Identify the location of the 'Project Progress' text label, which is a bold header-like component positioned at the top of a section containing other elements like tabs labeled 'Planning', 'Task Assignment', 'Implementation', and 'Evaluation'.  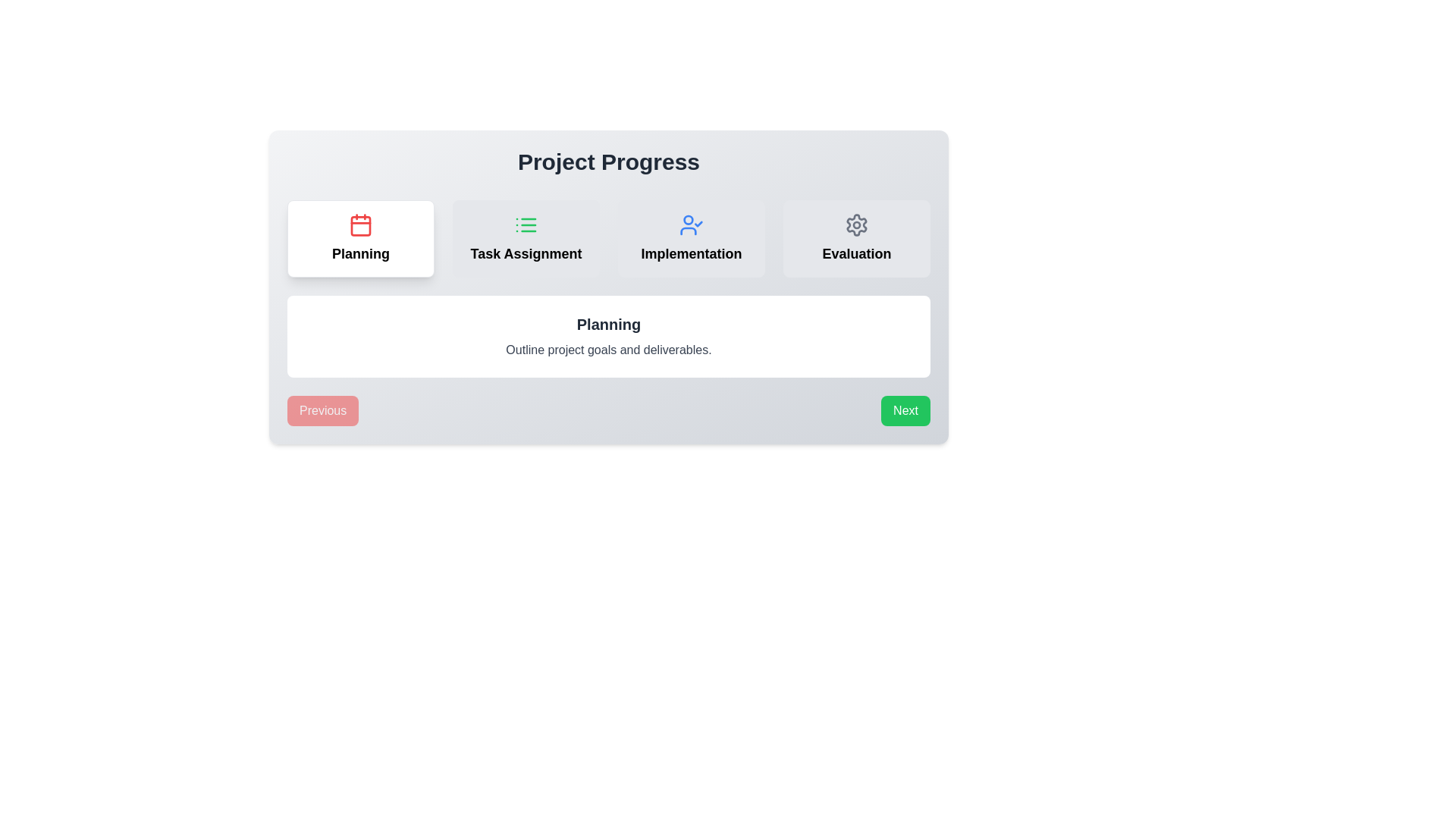
(608, 162).